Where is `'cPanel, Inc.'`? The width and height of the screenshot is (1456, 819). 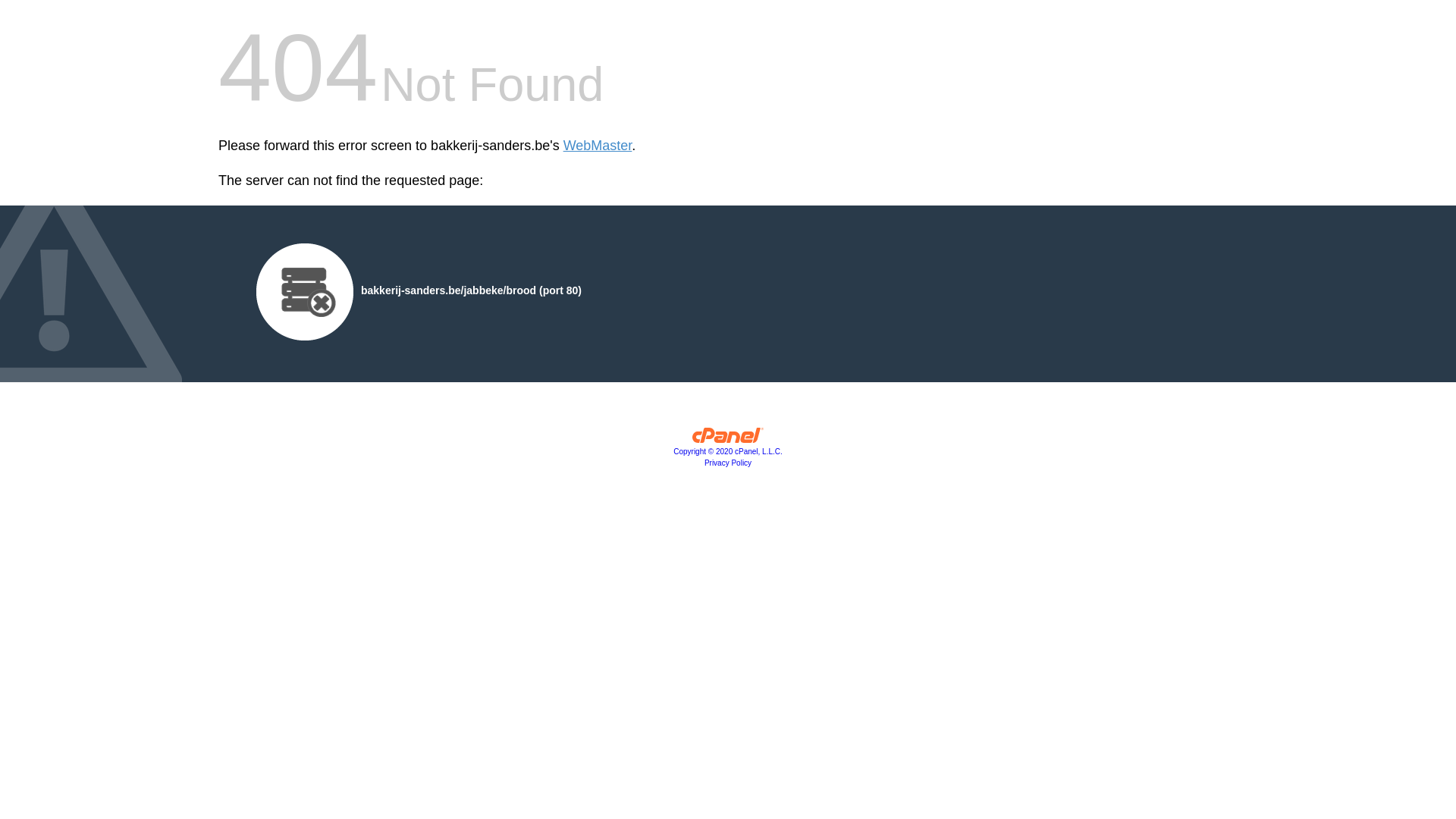 'cPanel, Inc.' is located at coordinates (728, 438).